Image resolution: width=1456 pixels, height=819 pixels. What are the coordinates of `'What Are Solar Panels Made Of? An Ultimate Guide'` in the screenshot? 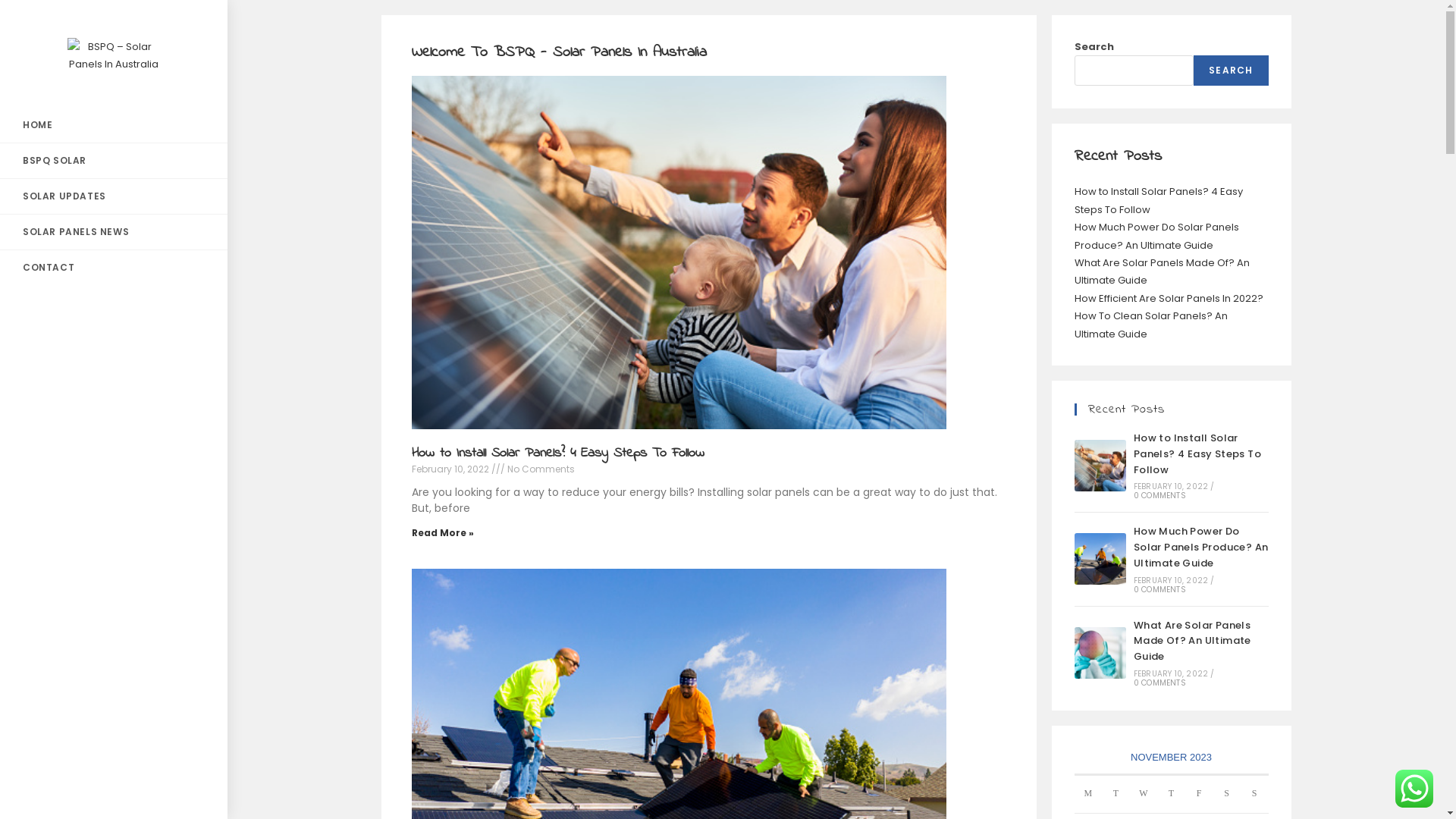 It's located at (1191, 641).